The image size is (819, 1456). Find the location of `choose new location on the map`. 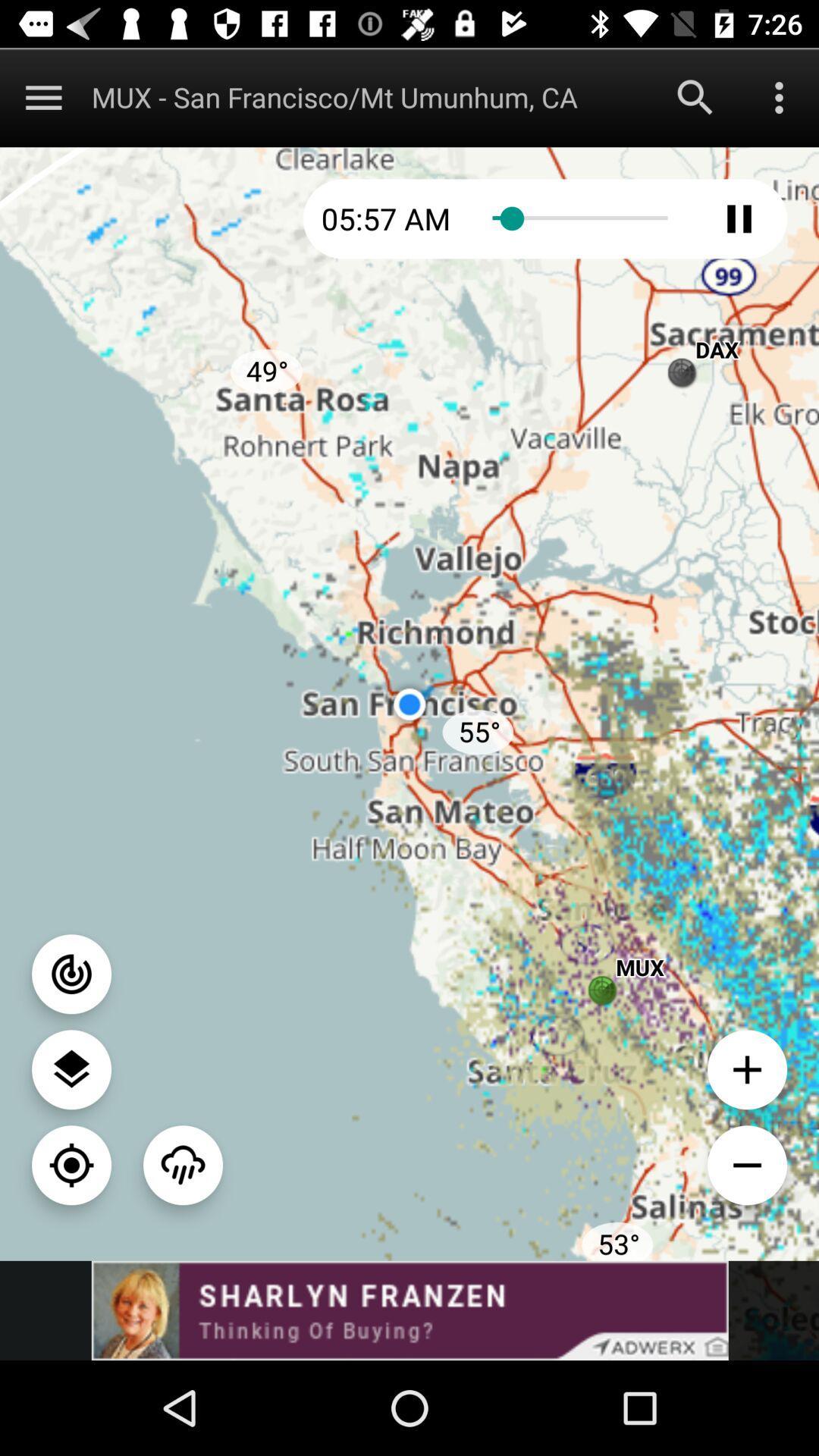

choose new location on the map is located at coordinates (71, 1164).